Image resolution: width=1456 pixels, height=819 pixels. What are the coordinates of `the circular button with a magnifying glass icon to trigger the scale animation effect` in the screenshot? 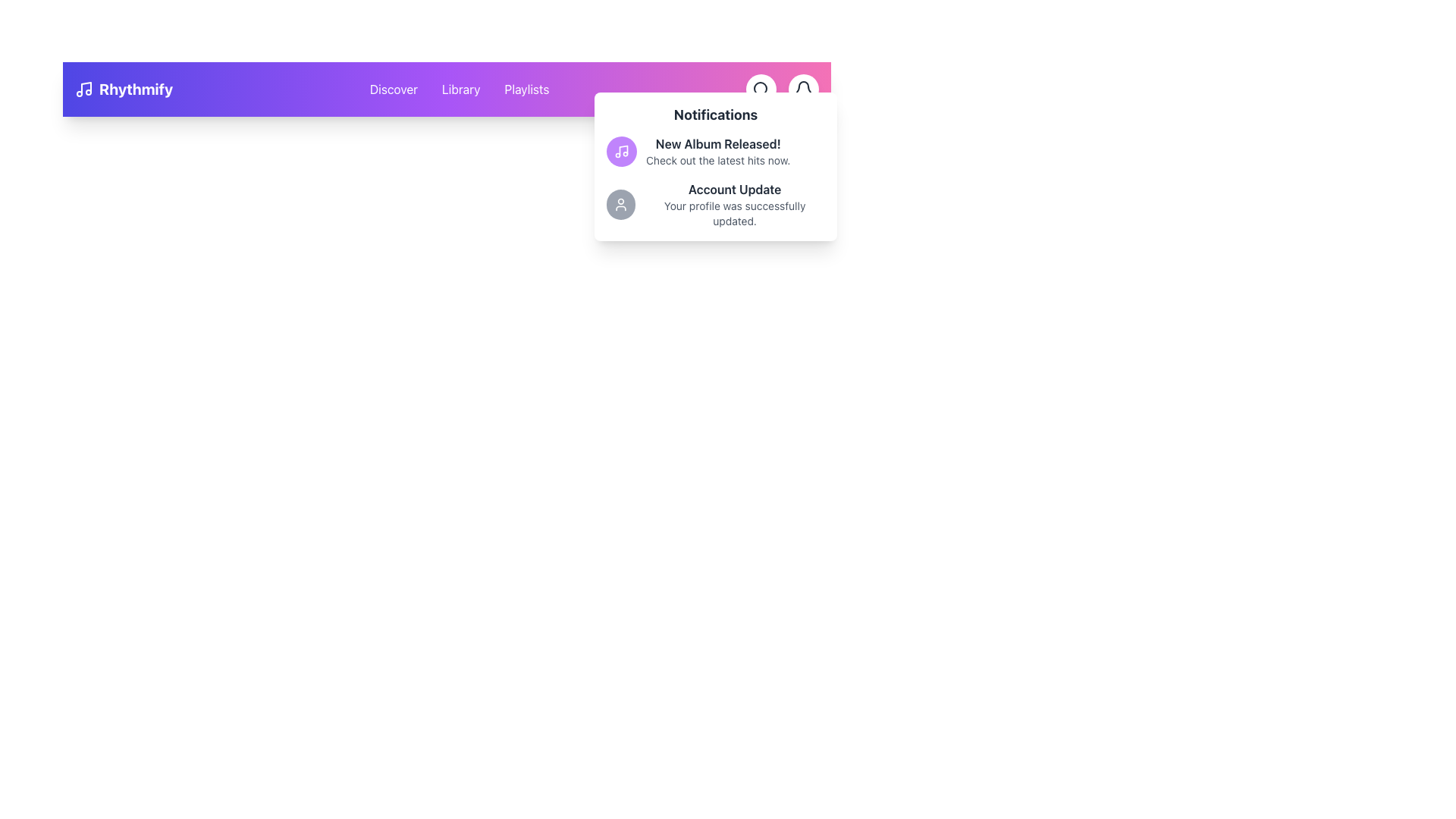 It's located at (761, 89).